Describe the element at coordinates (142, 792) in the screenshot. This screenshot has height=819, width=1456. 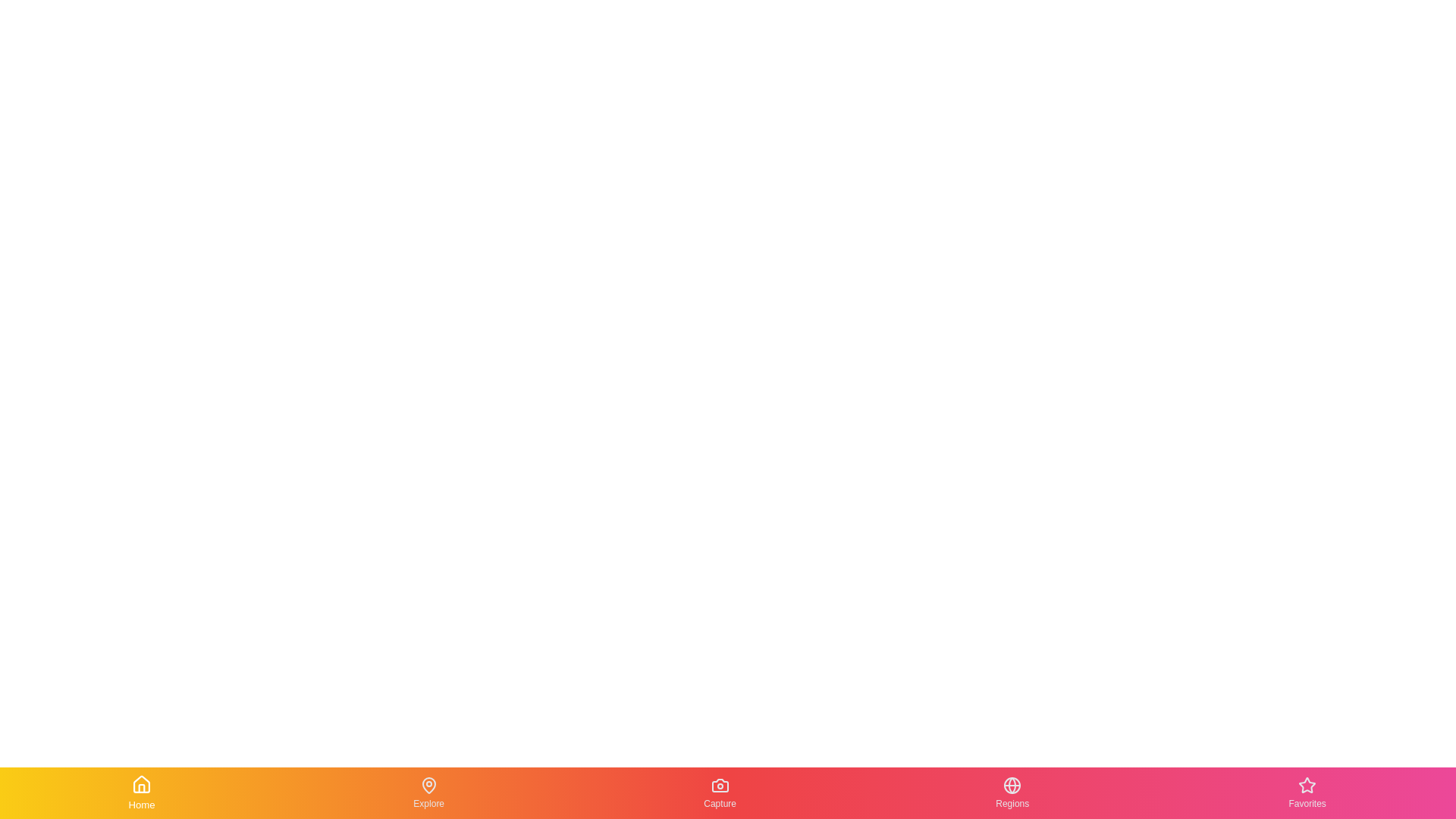
I see `the tab labeled Home to preview its tooltip` at that location.